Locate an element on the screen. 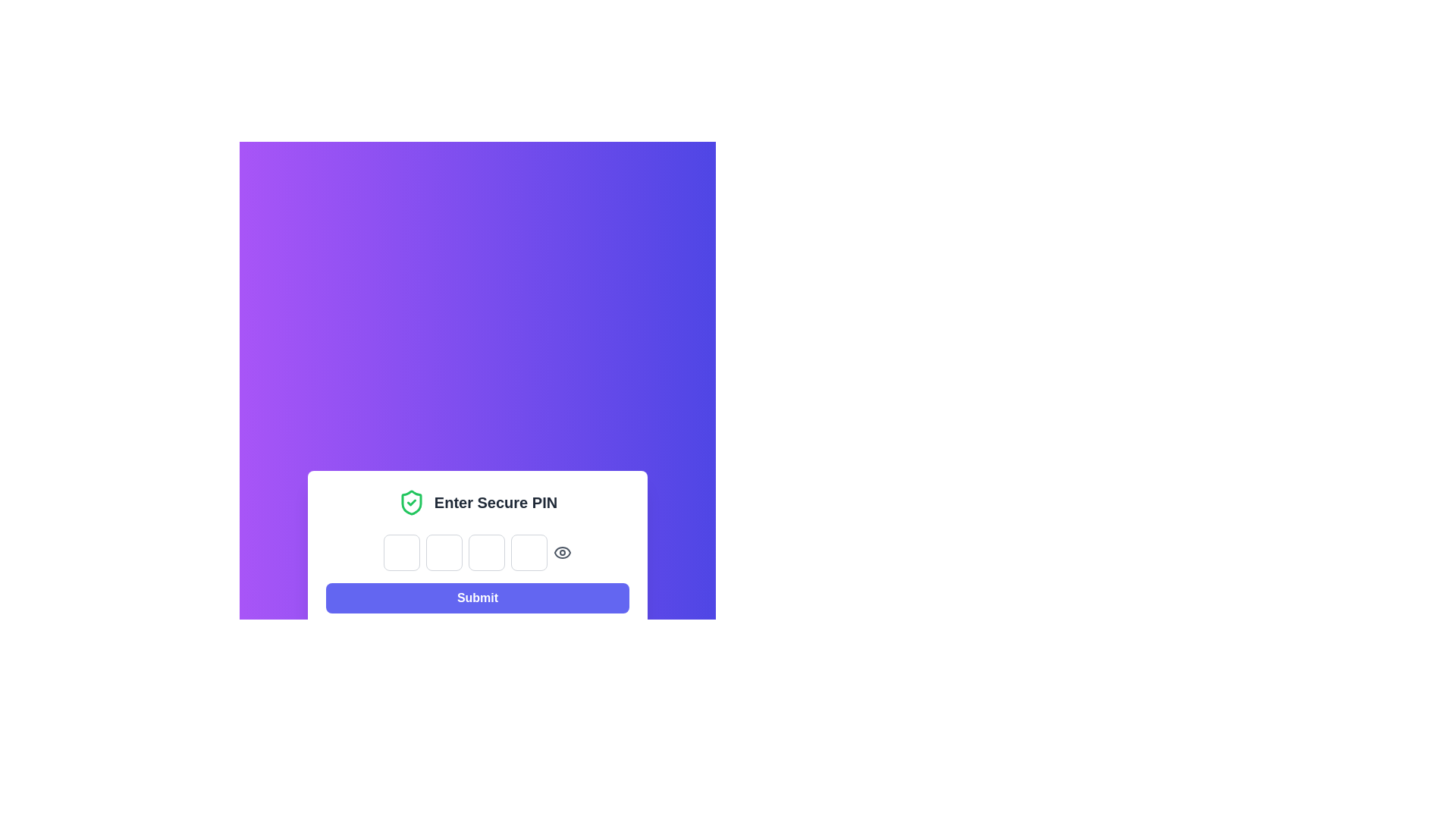  the distinctive 'eye' icon located to the right of the PIN input boxes is located at coordinates (562, 553).